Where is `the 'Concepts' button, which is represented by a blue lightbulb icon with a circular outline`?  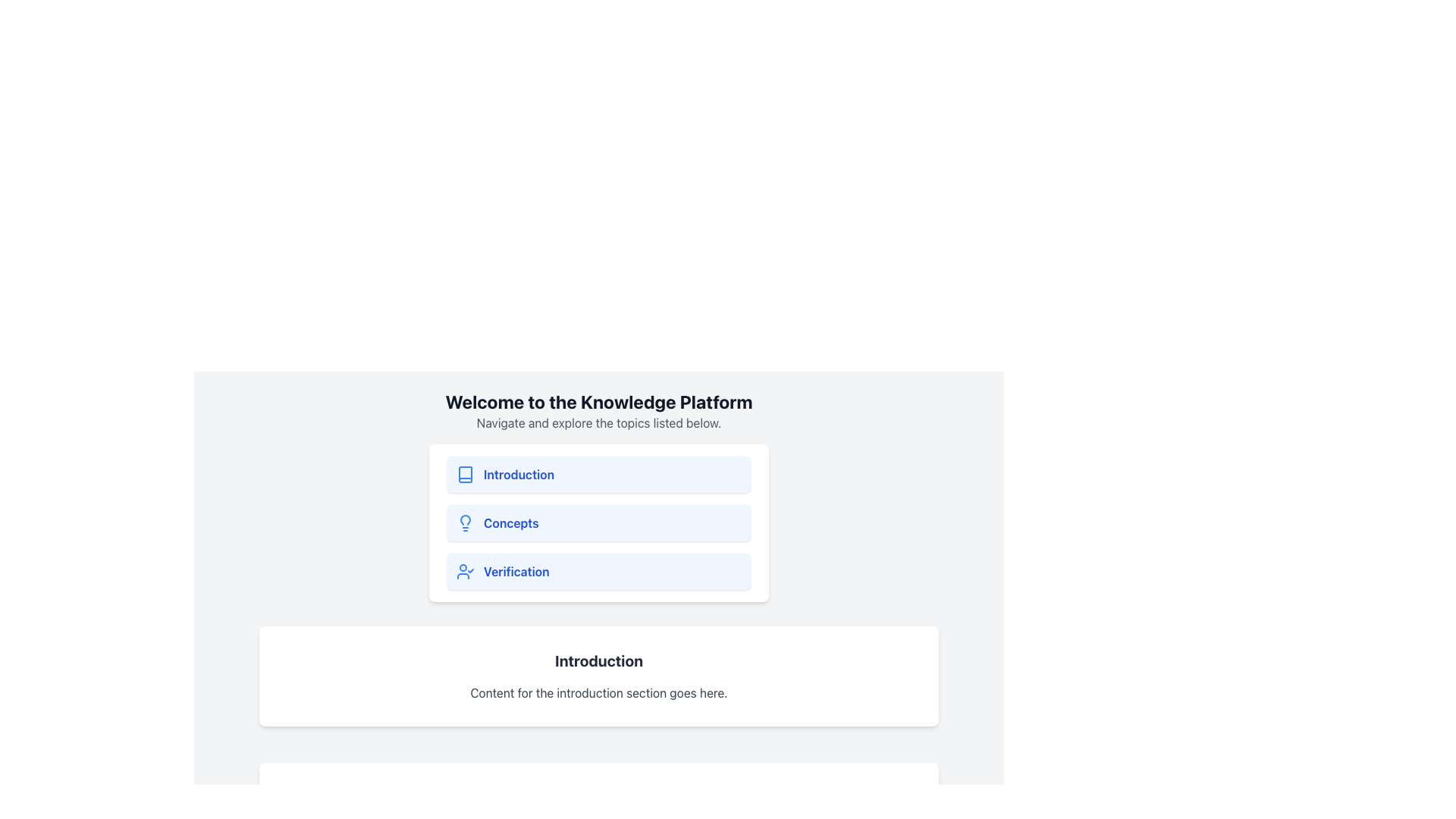
the 'Concepts' button, which is represented by a blue lightbulb icon with a circular outline is located at coordinates (465, 522).